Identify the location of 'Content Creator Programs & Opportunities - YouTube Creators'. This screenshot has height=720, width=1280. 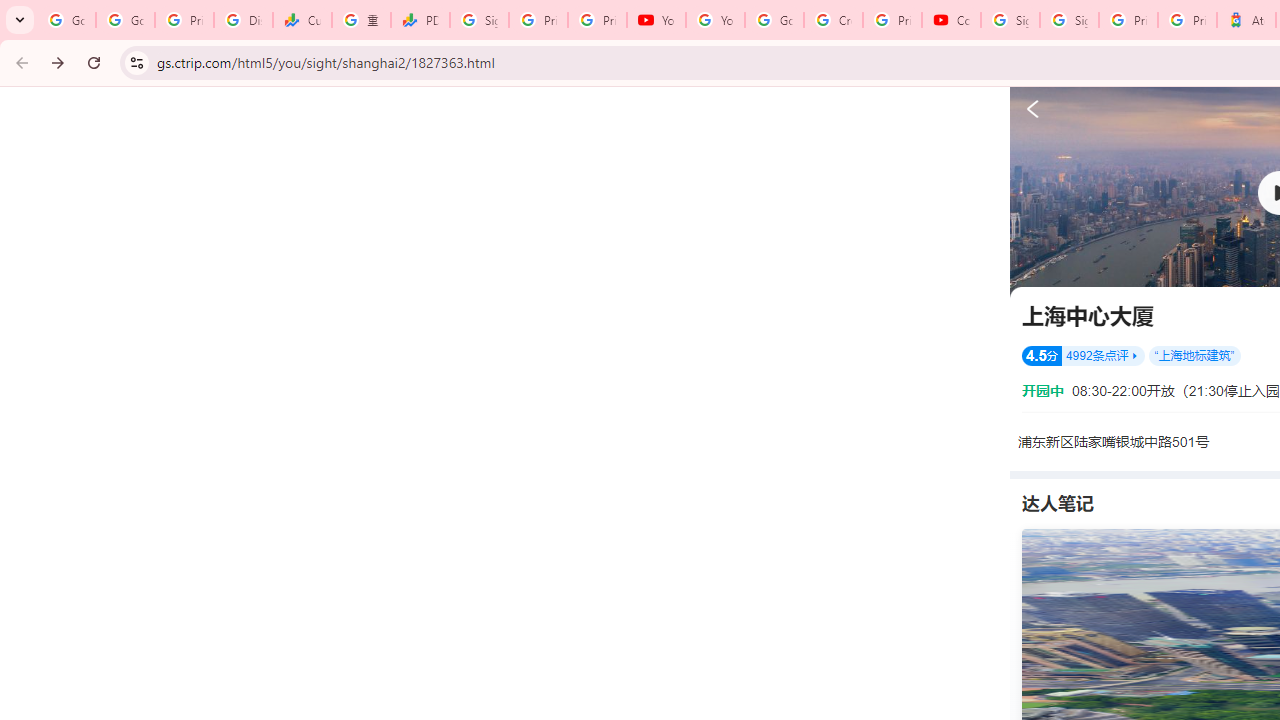
(950, 20).